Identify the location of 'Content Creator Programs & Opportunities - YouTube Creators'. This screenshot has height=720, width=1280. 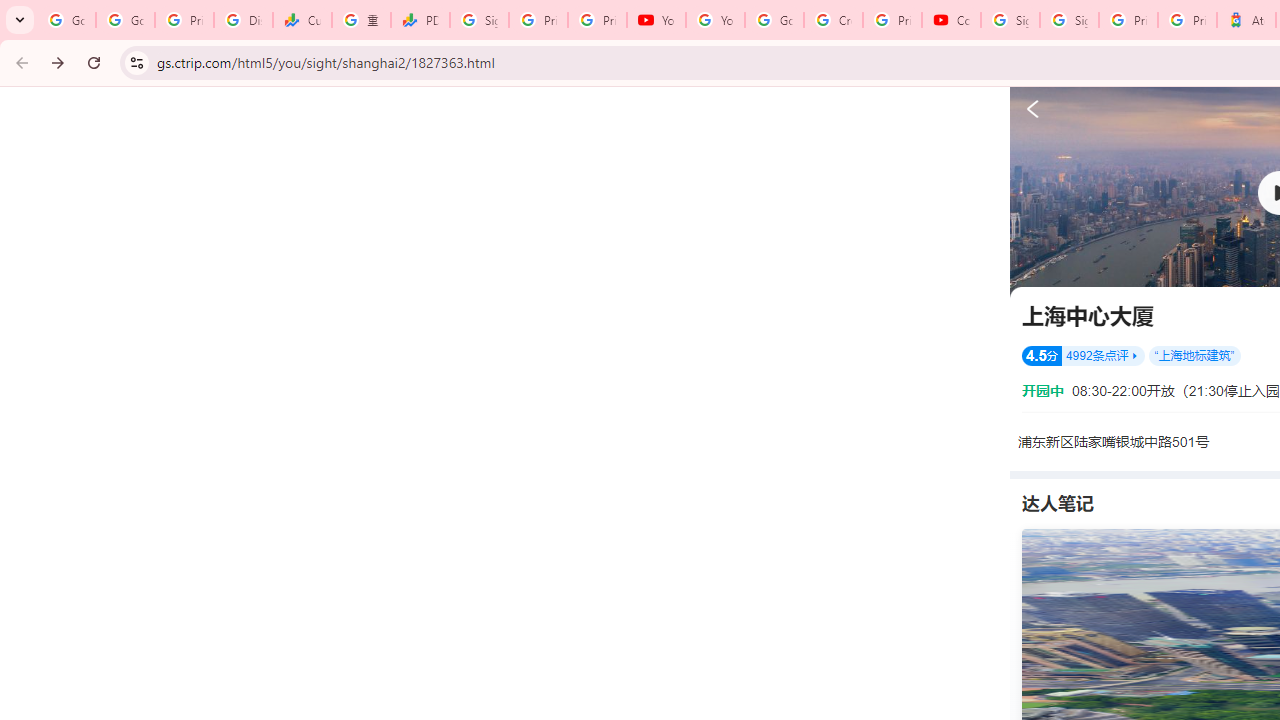
(950, 20).